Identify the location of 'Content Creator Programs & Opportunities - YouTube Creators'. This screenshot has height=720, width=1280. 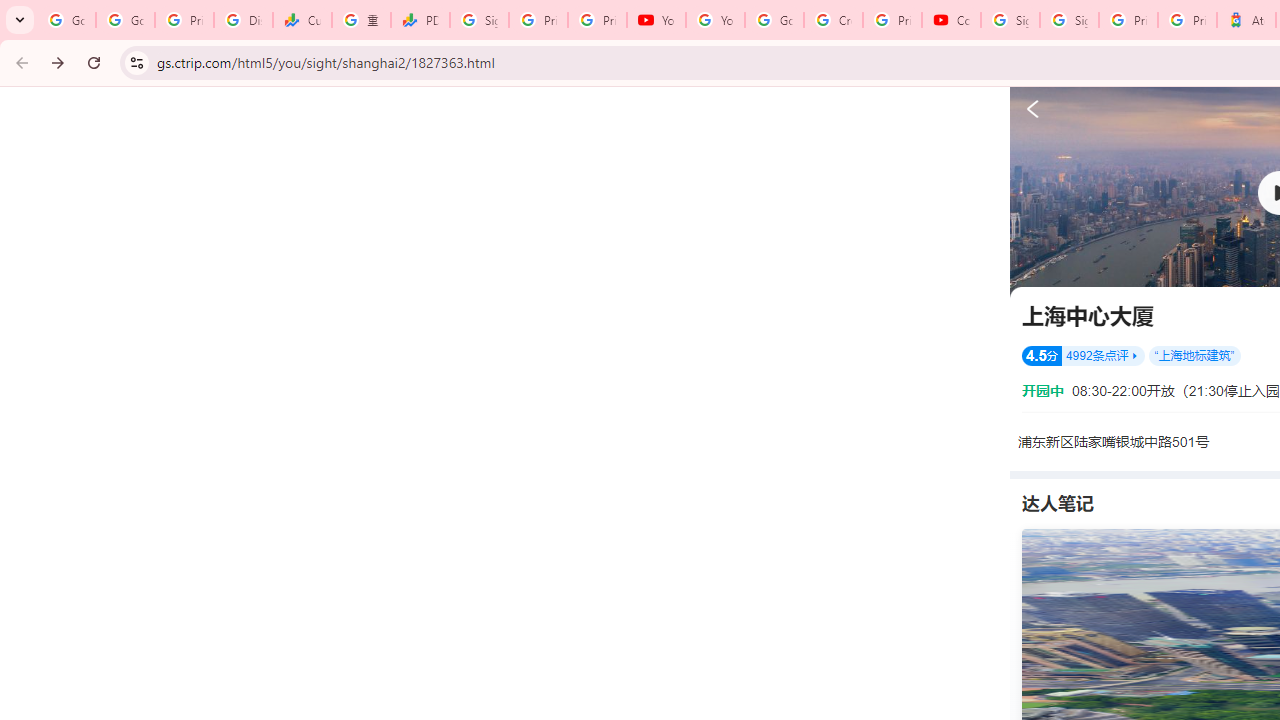
(950, 20).